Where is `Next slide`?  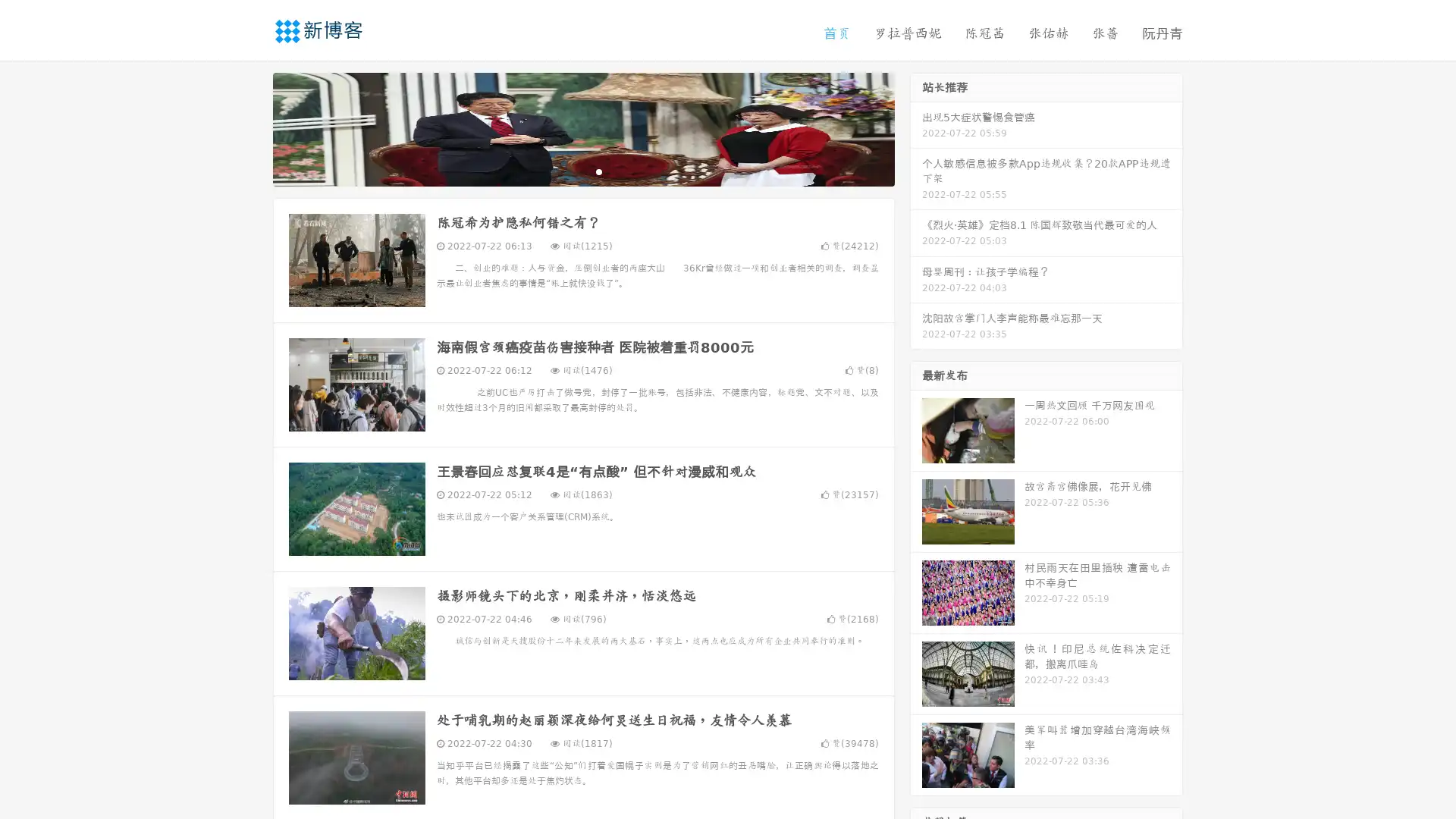
Next slide is located at coordinates (916, 127).